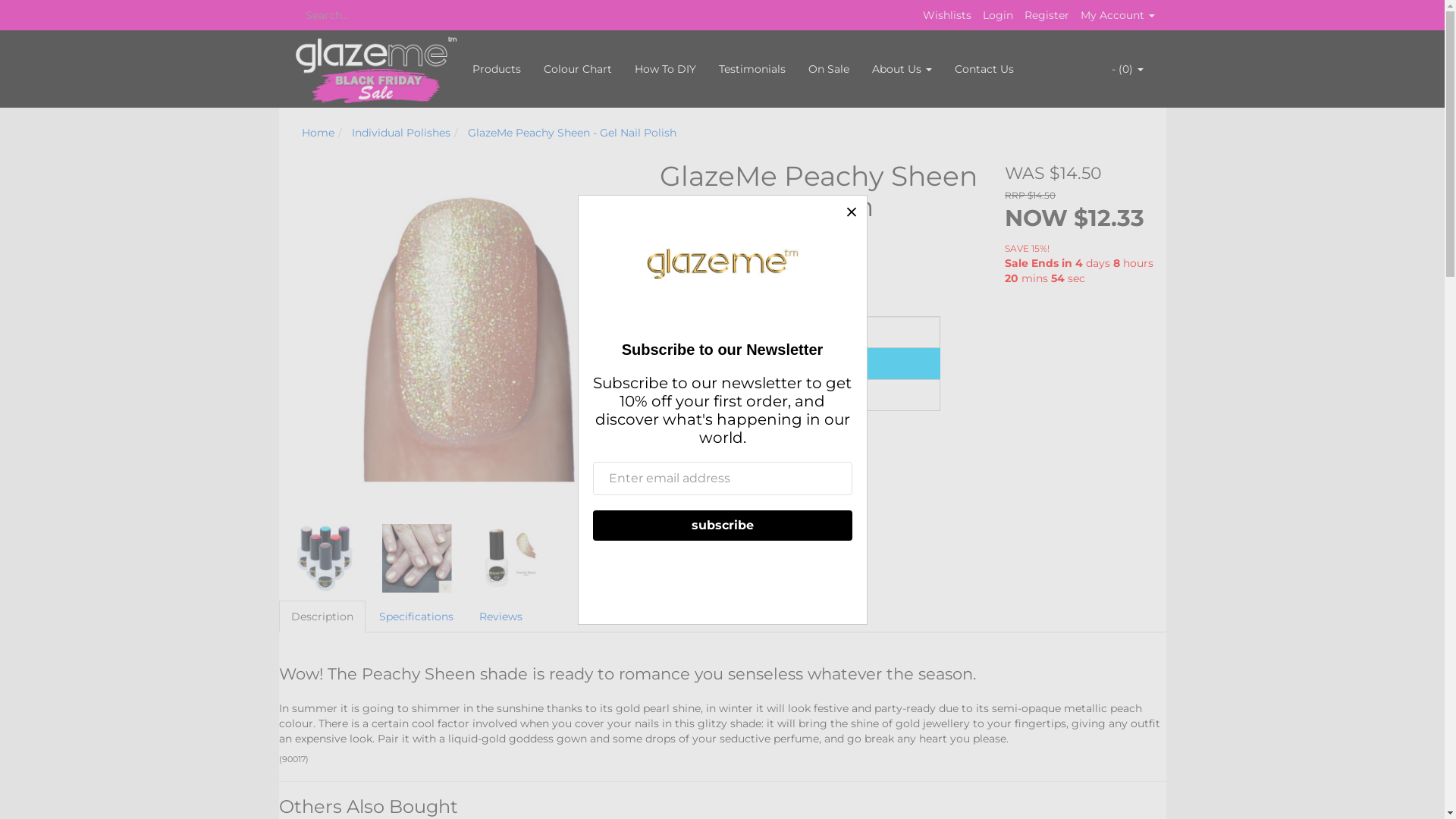  What do you see at coordinates (496, 69) in the screenshot?
I see `'Products'` at bounding box center [496, 69].